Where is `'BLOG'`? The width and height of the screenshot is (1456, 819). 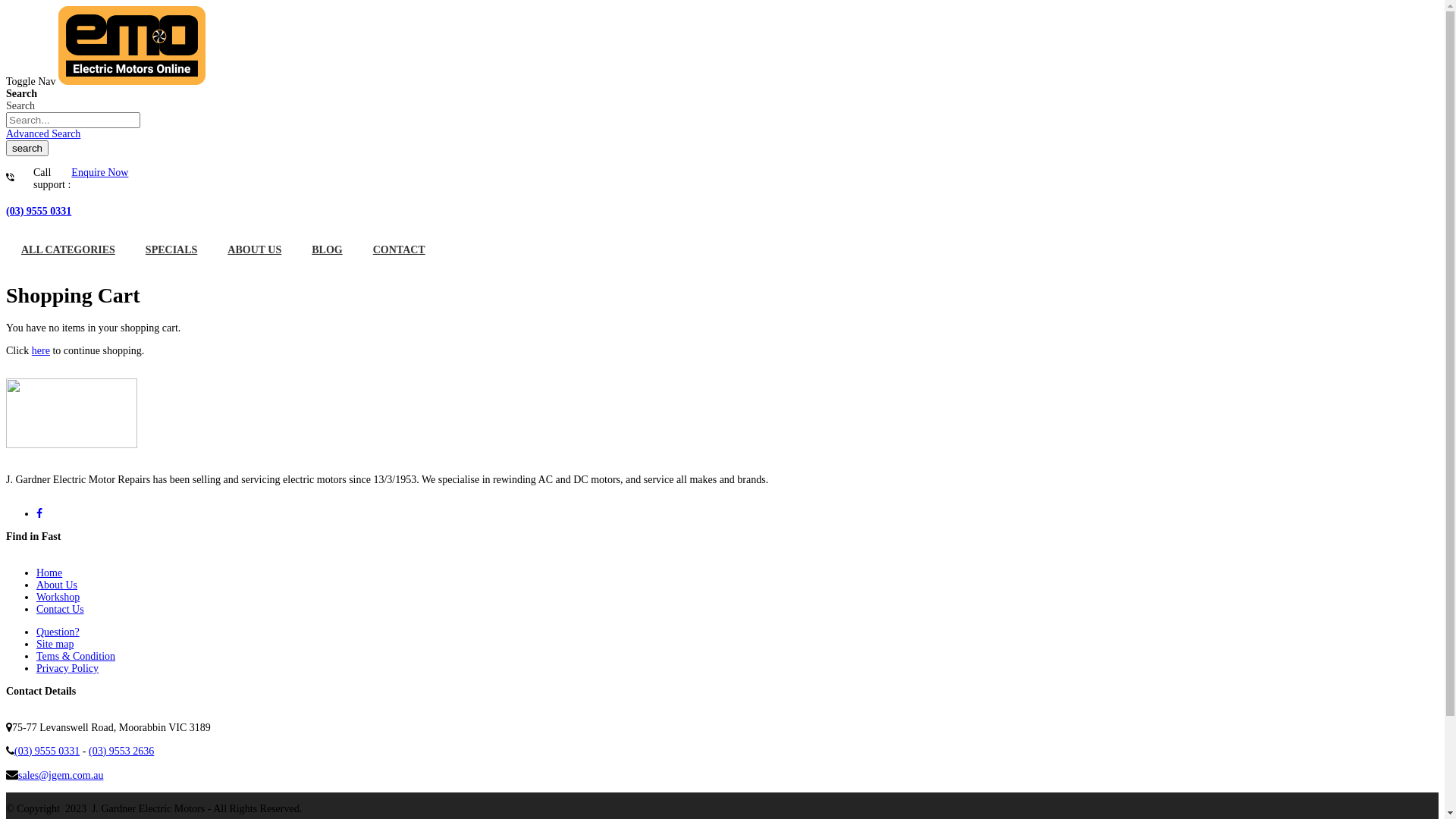
'BLOG' is located at coordinates (296, 249).